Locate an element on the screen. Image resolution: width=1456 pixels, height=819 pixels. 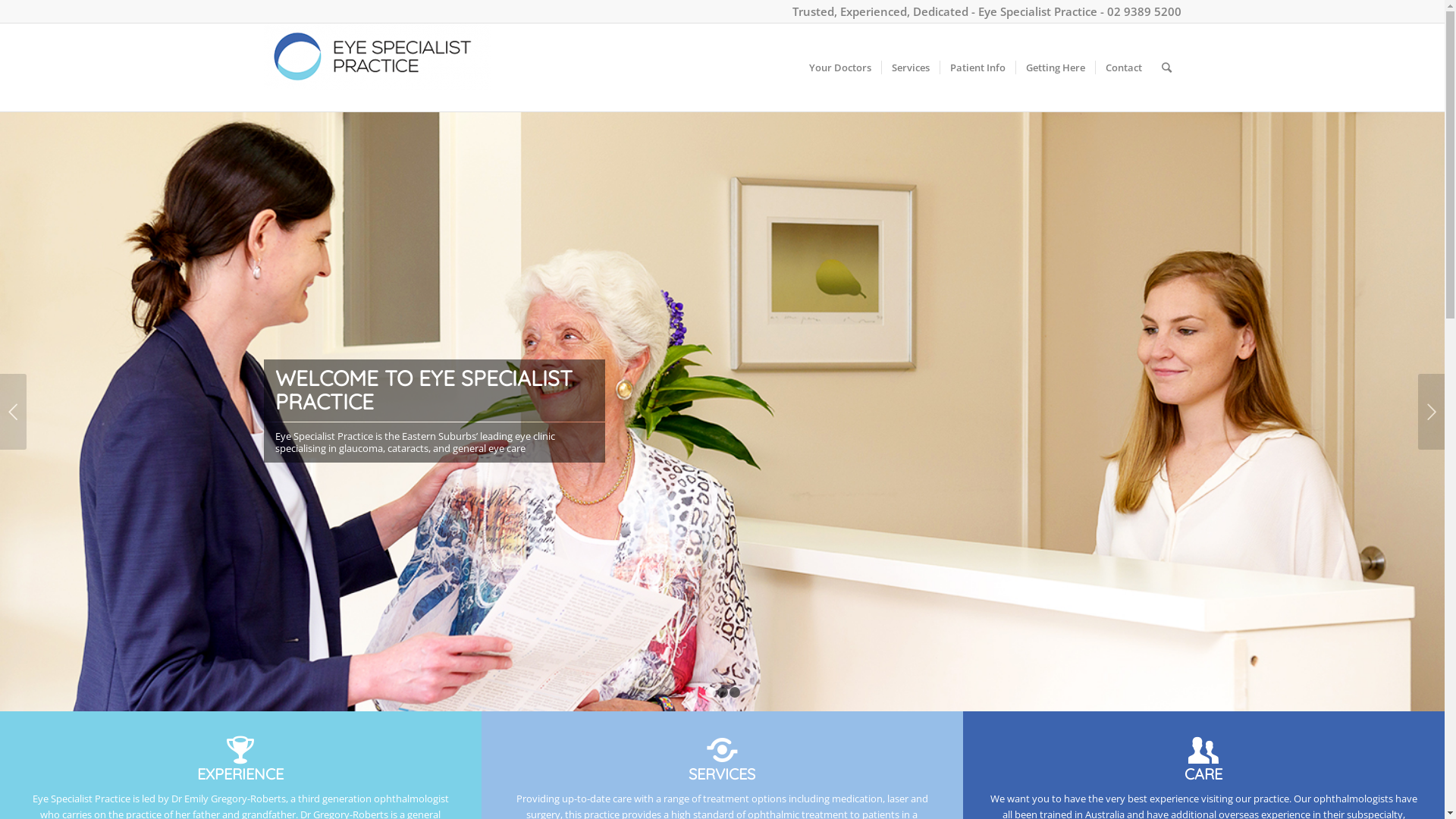
'Contact' is located at coordinates (1123, 66).